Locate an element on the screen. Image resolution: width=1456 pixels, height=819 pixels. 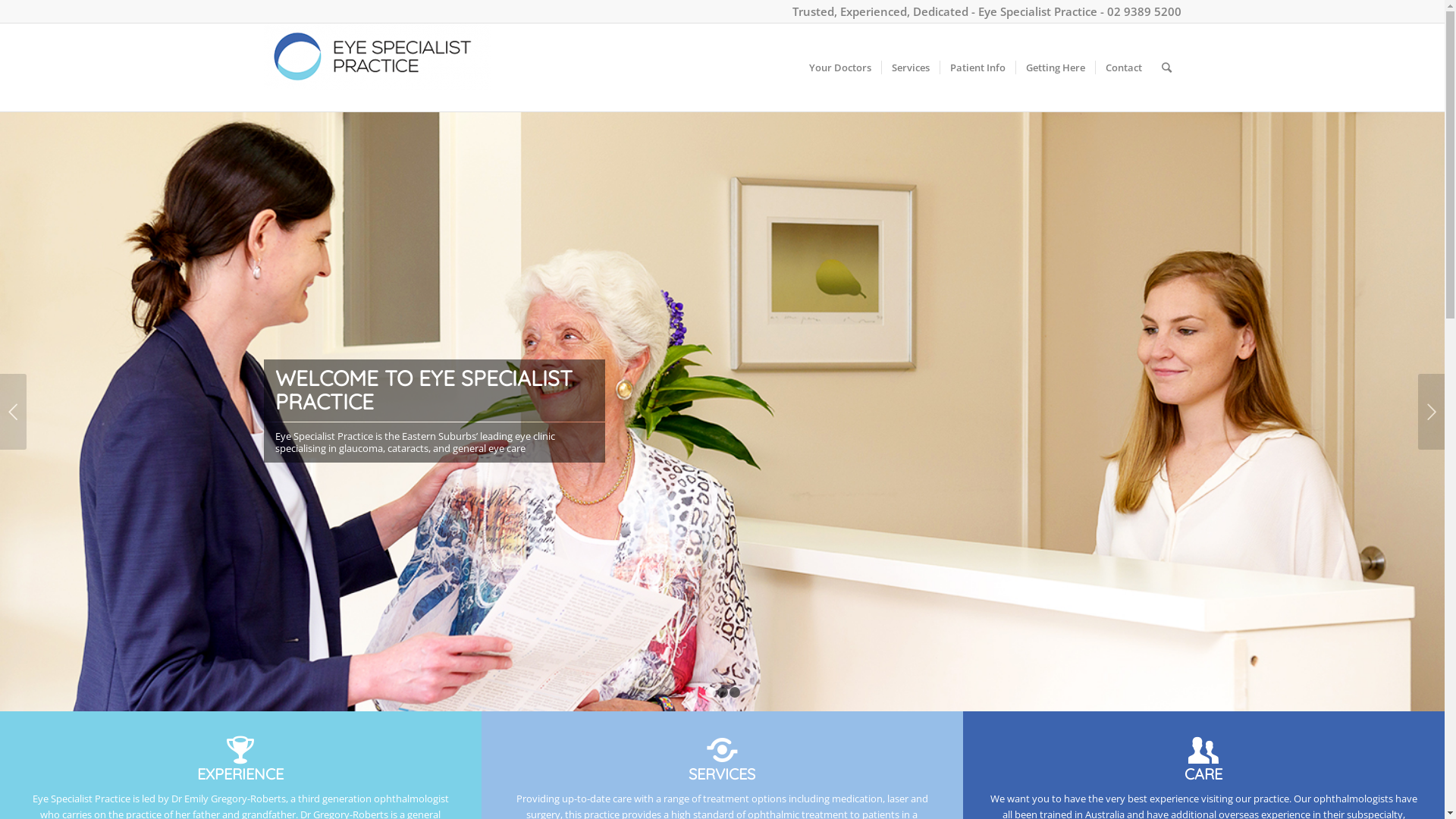
'Contact' is located at coordinates (1123, 66).